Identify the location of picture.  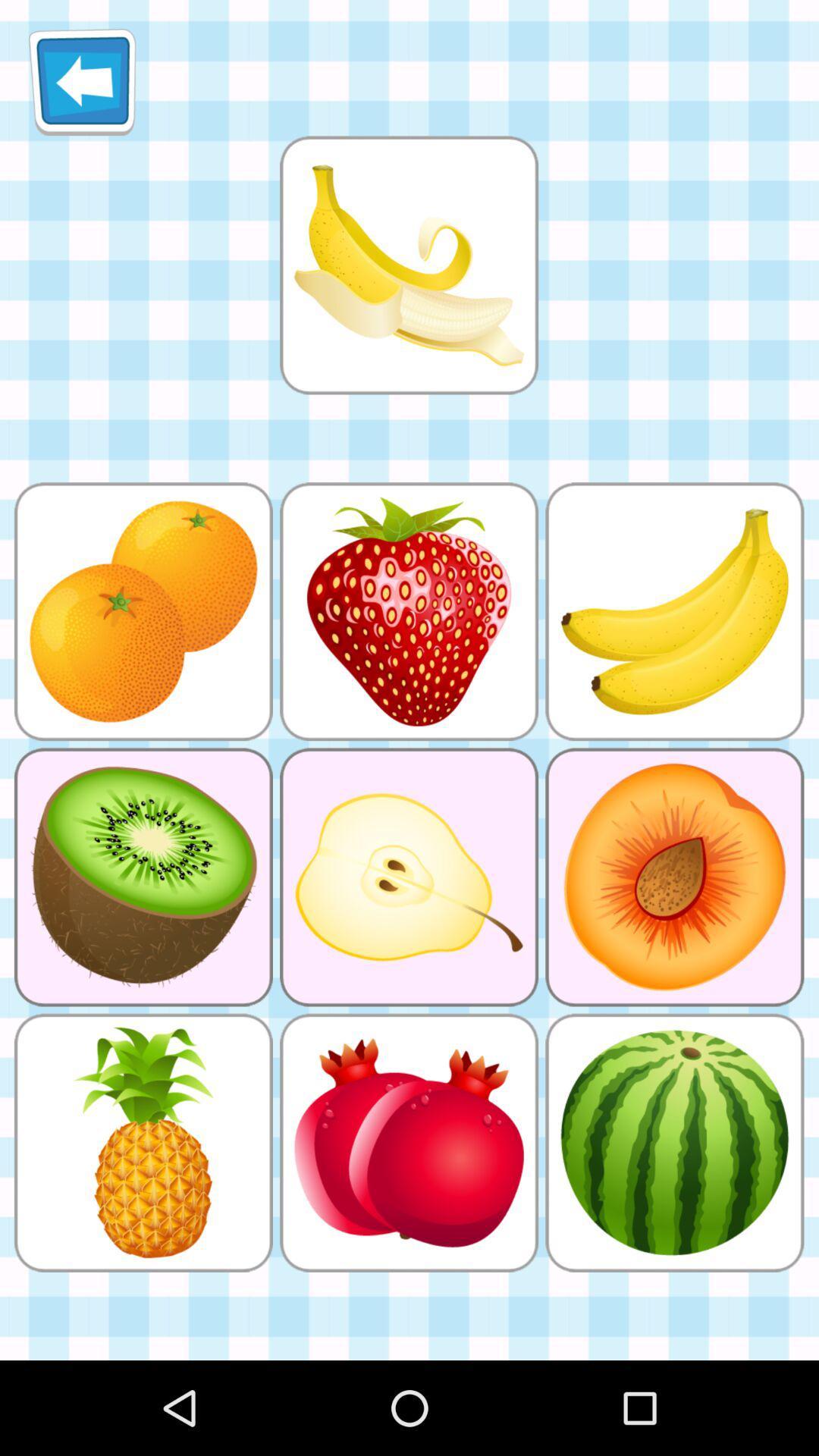
(408, 265).